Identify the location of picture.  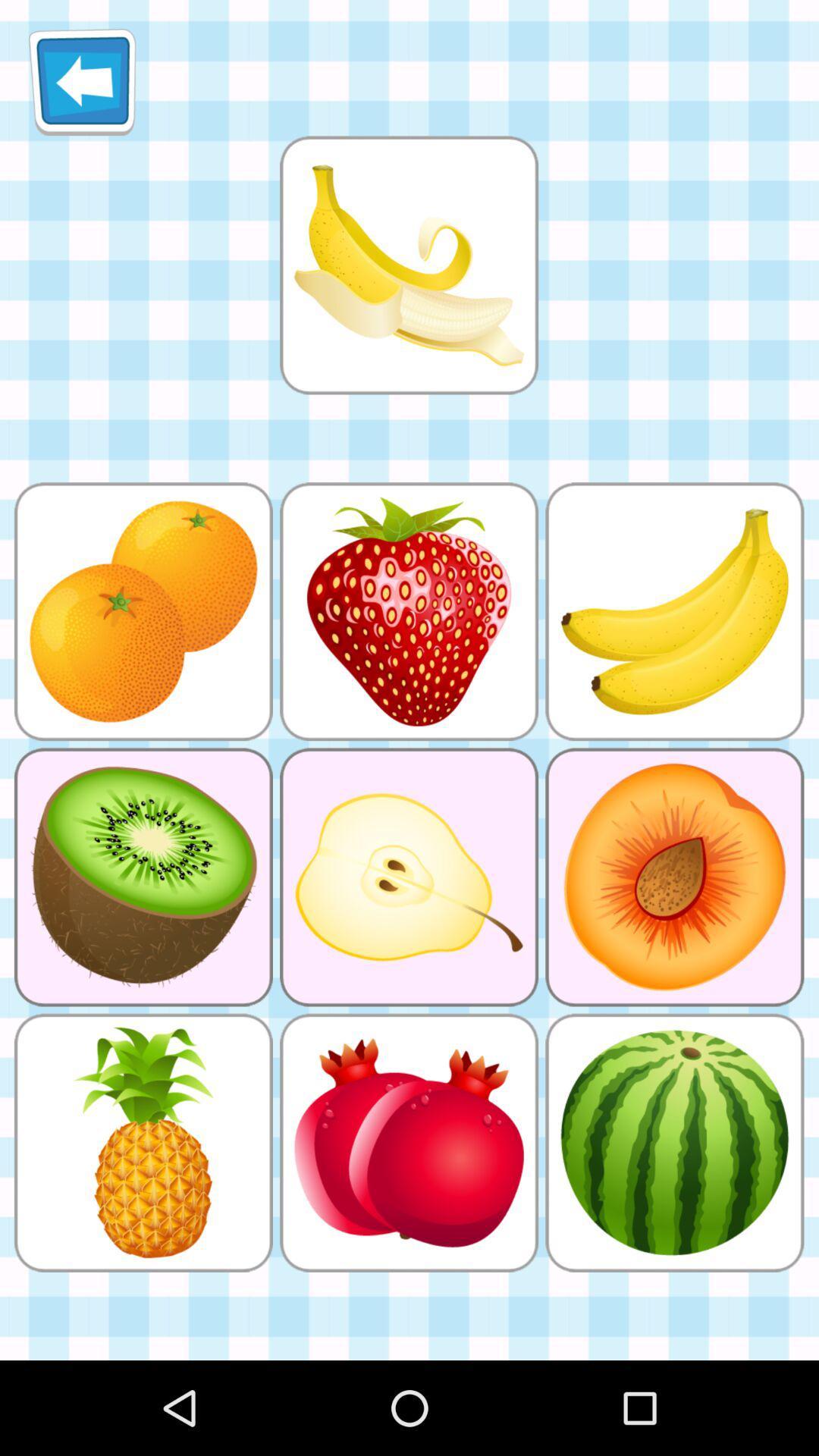
(408, 265).